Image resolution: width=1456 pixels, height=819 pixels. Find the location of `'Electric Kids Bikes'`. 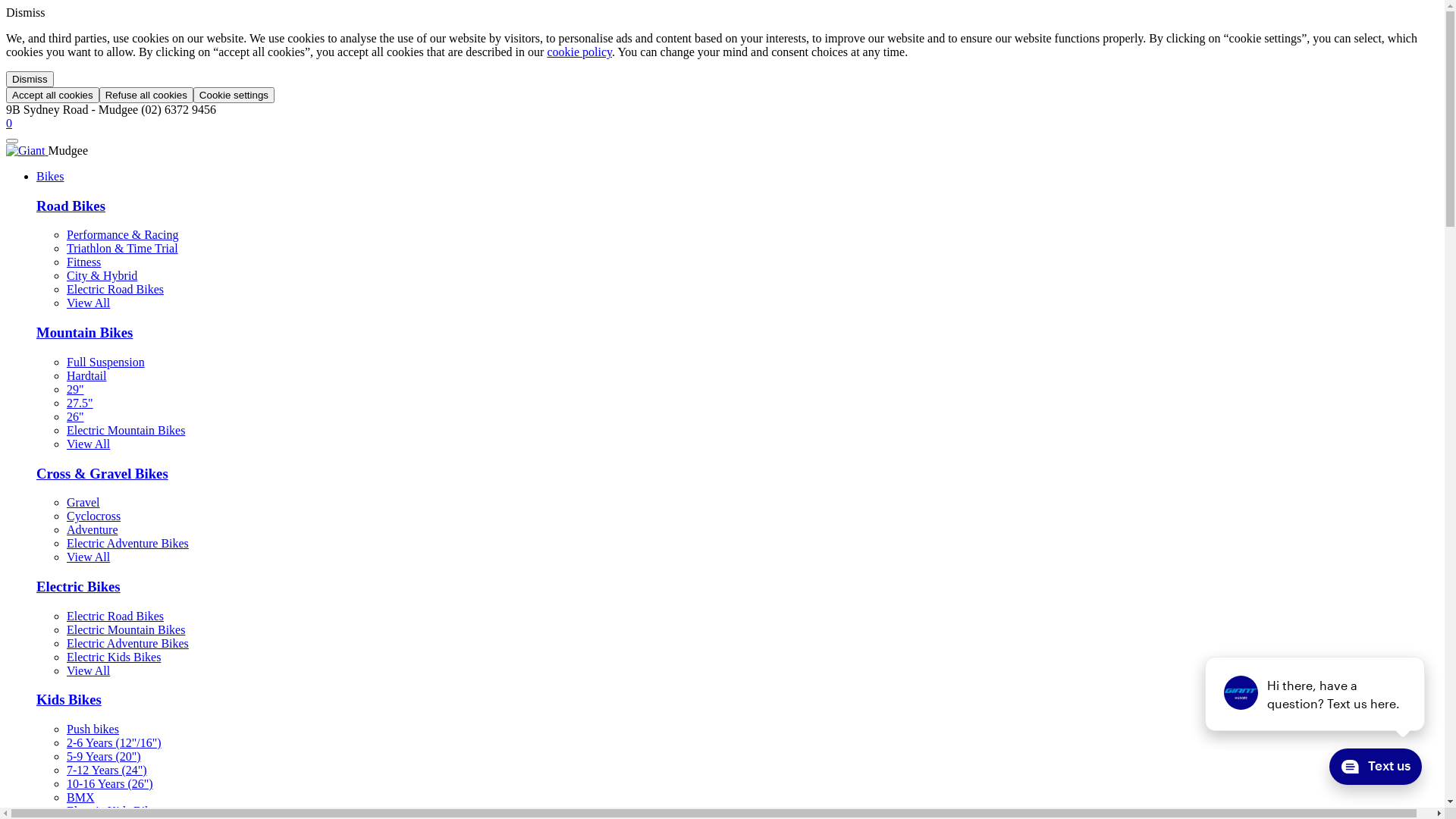

'Electric Kids Bikes' is located at coordinates (112, 656).